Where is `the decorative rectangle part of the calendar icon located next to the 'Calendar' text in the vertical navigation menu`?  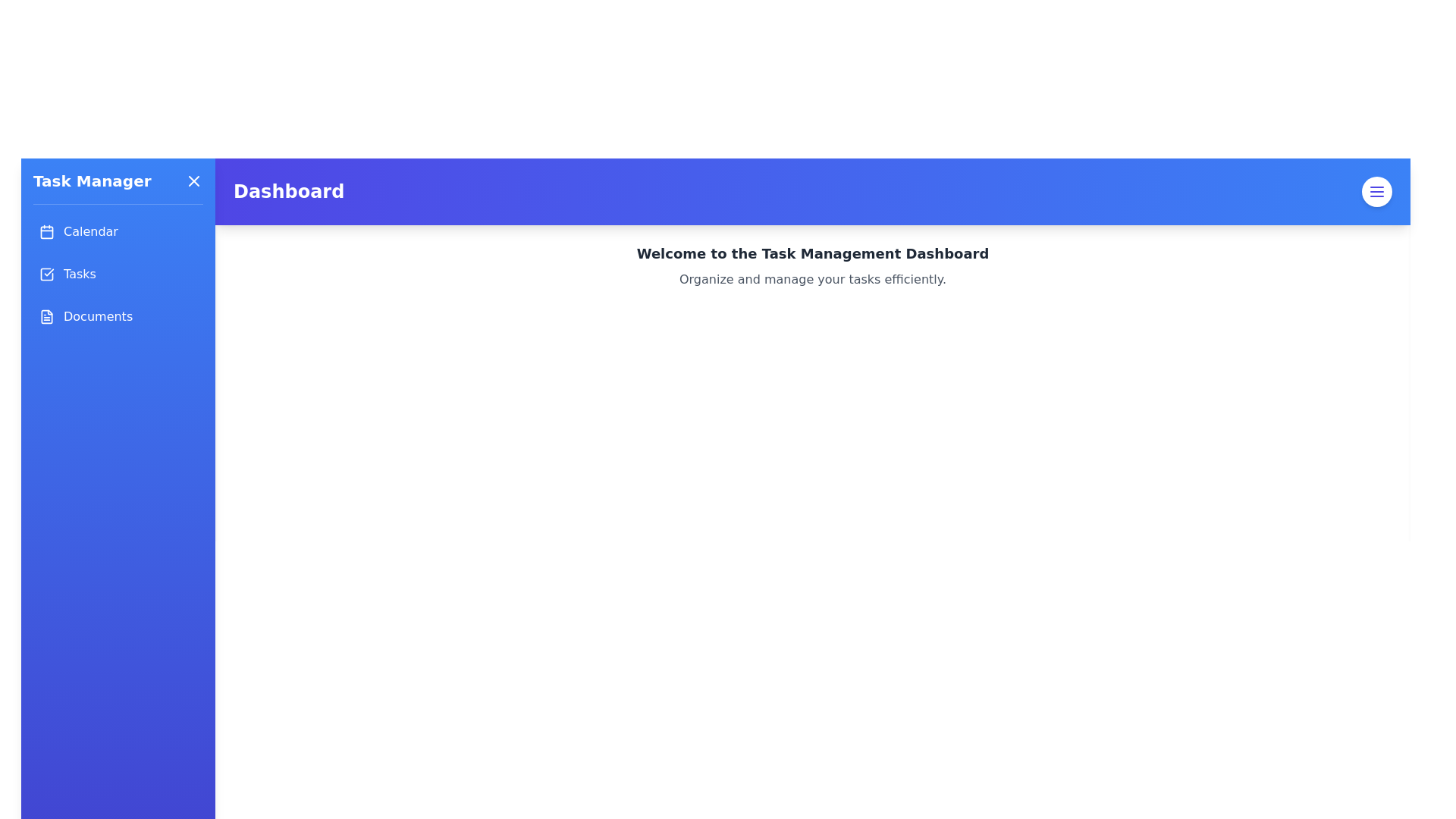
the decorative rectangle part of the calendar icon located next to the 'Calendar' text in the vertical navigation menu is located at coordinates (47, 231).